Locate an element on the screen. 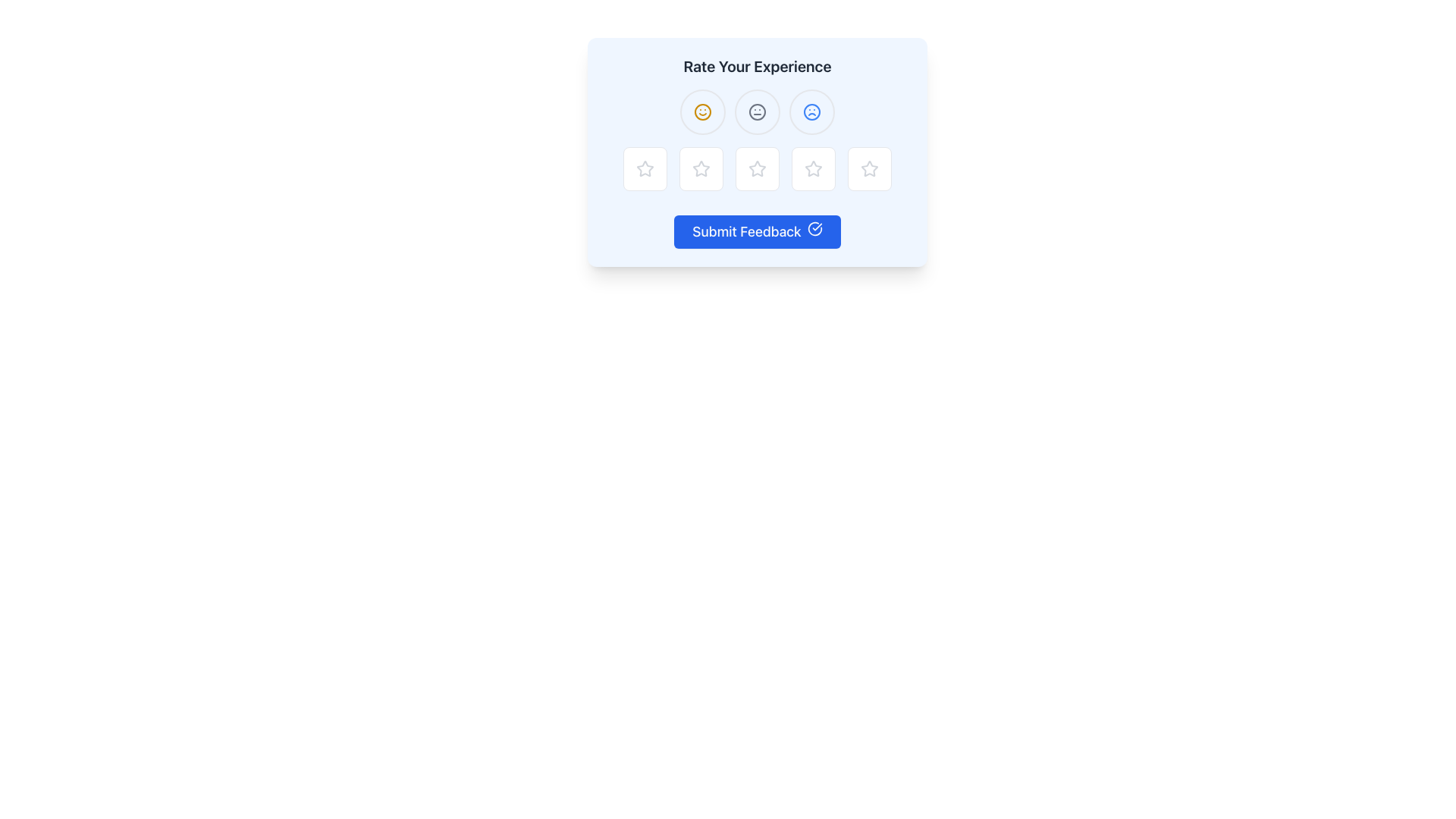 The width and height of the screenshot is (1456, 819). the neutral rating button located centrally below the 'Rate Your Experience' text, which is the middle button in a horizontal layout is located at coordinates (757, 111).